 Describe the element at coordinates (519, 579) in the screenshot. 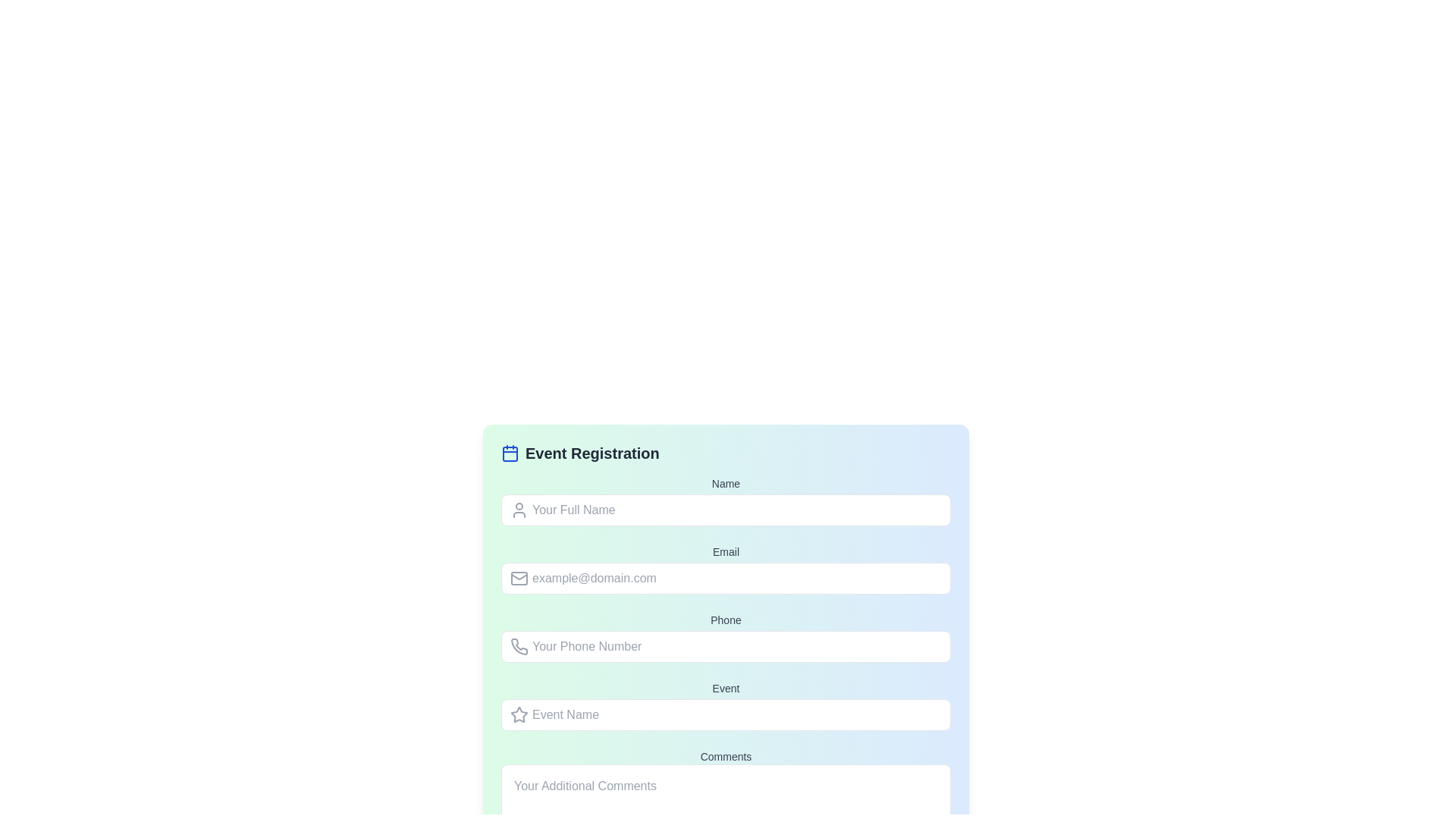

I see `the email icon, which resembles a gray envelope with a rectangular outline and a triangular flap, located to the left of the 'Email' input field` at that location.